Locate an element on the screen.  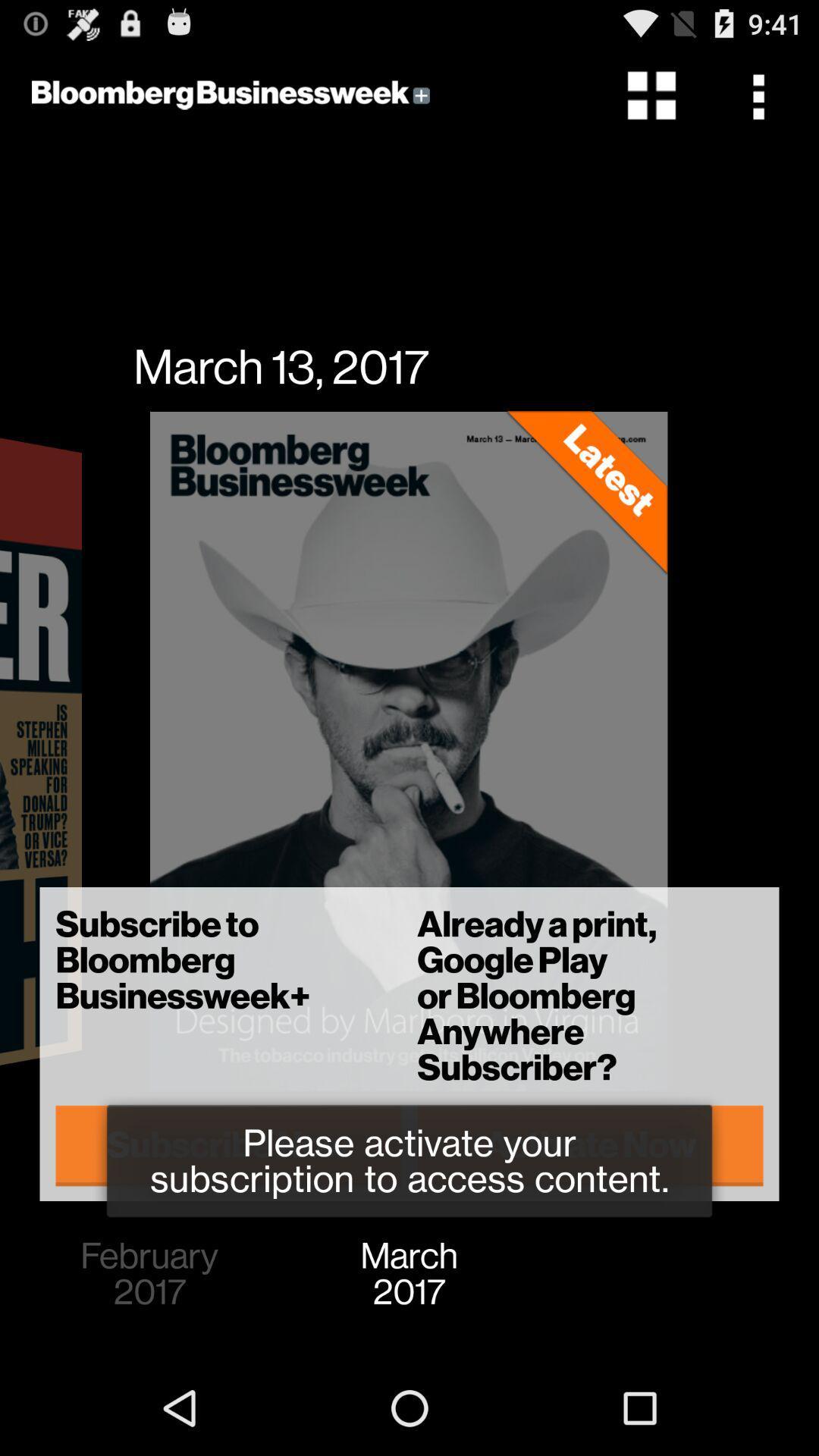
the icon next to the subscribe to bloomberg icon is located at coordinates (589, 1145).